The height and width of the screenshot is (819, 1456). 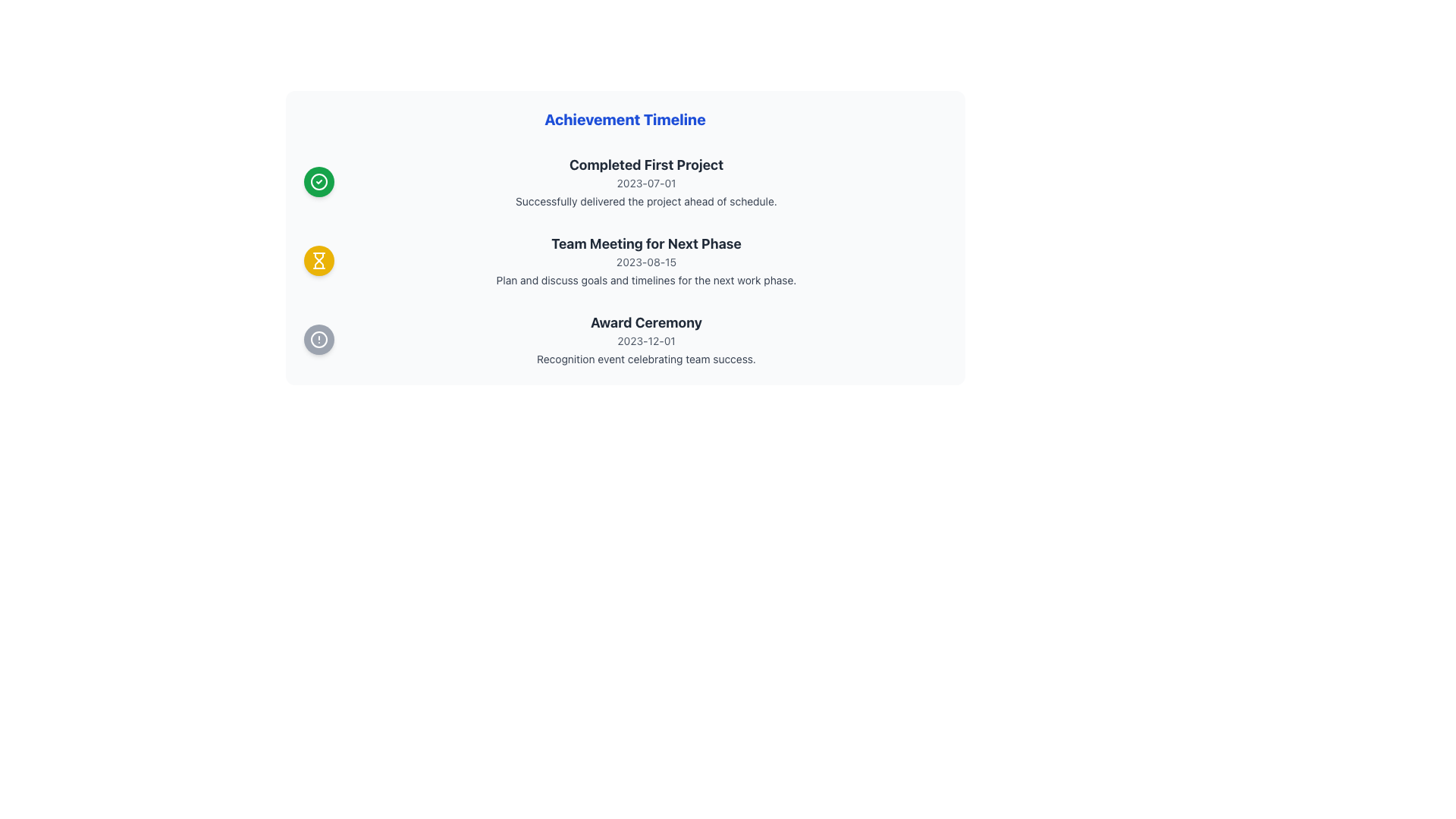 I want to click on the circular checkmark icon with a green background, which is the first in a vertical sequence of three icons, located next to the text 'Completed First Project', so click(x=318, y=180).